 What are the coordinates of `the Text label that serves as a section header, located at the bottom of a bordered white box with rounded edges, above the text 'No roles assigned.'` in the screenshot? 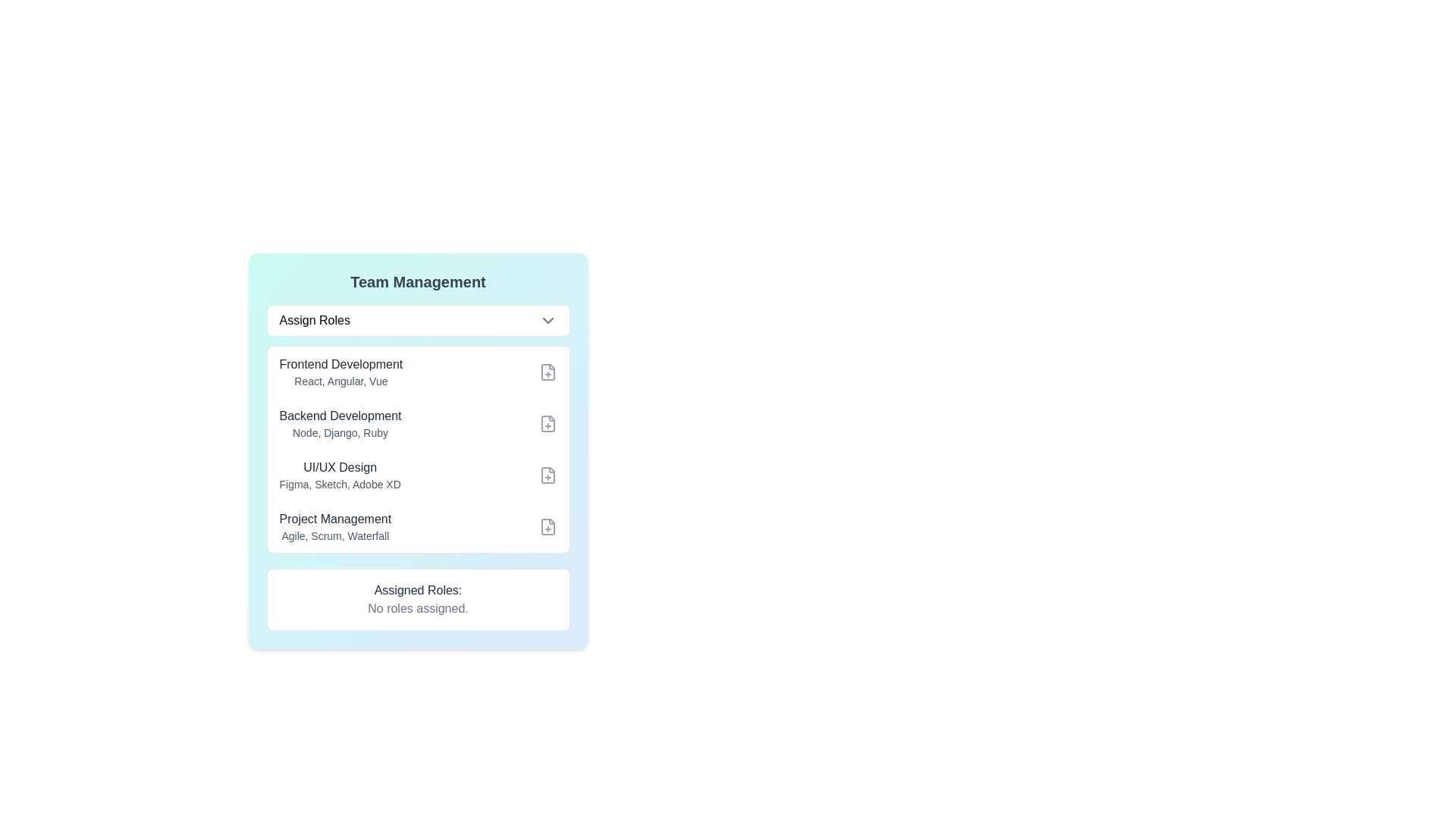 It's located at (418, 590).